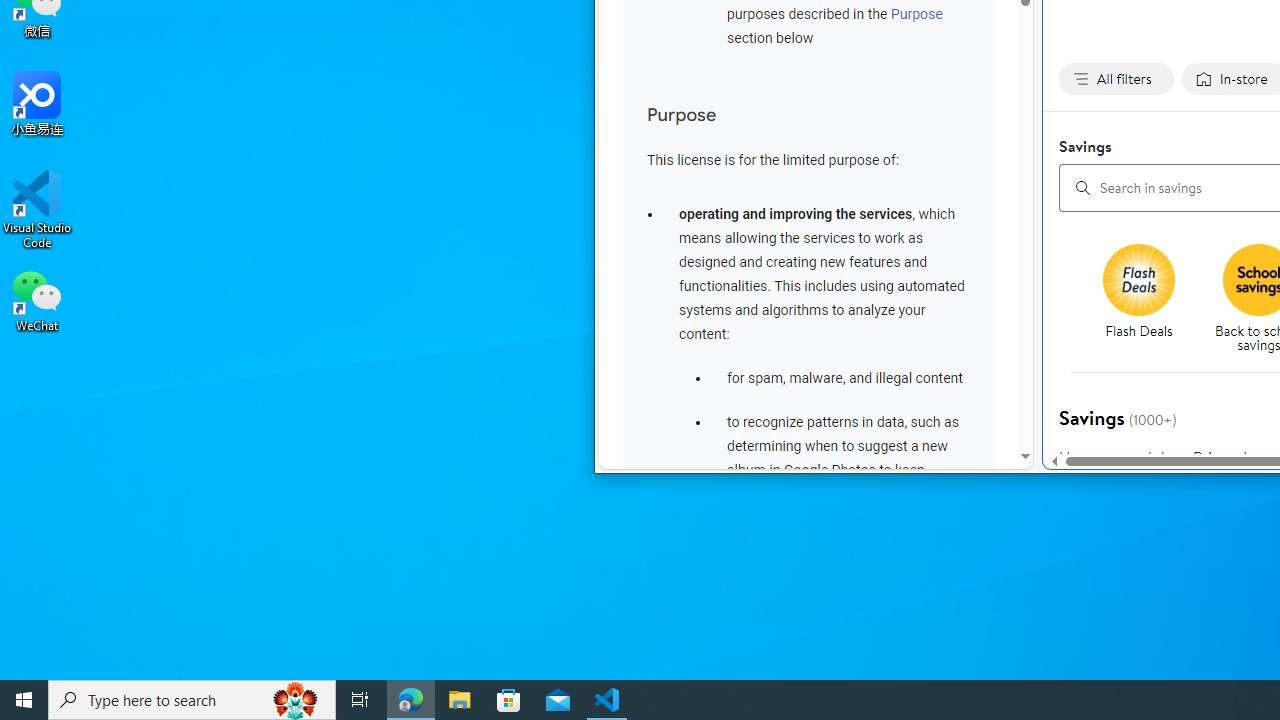  I want to click on 'Task View', so click(359, 698).